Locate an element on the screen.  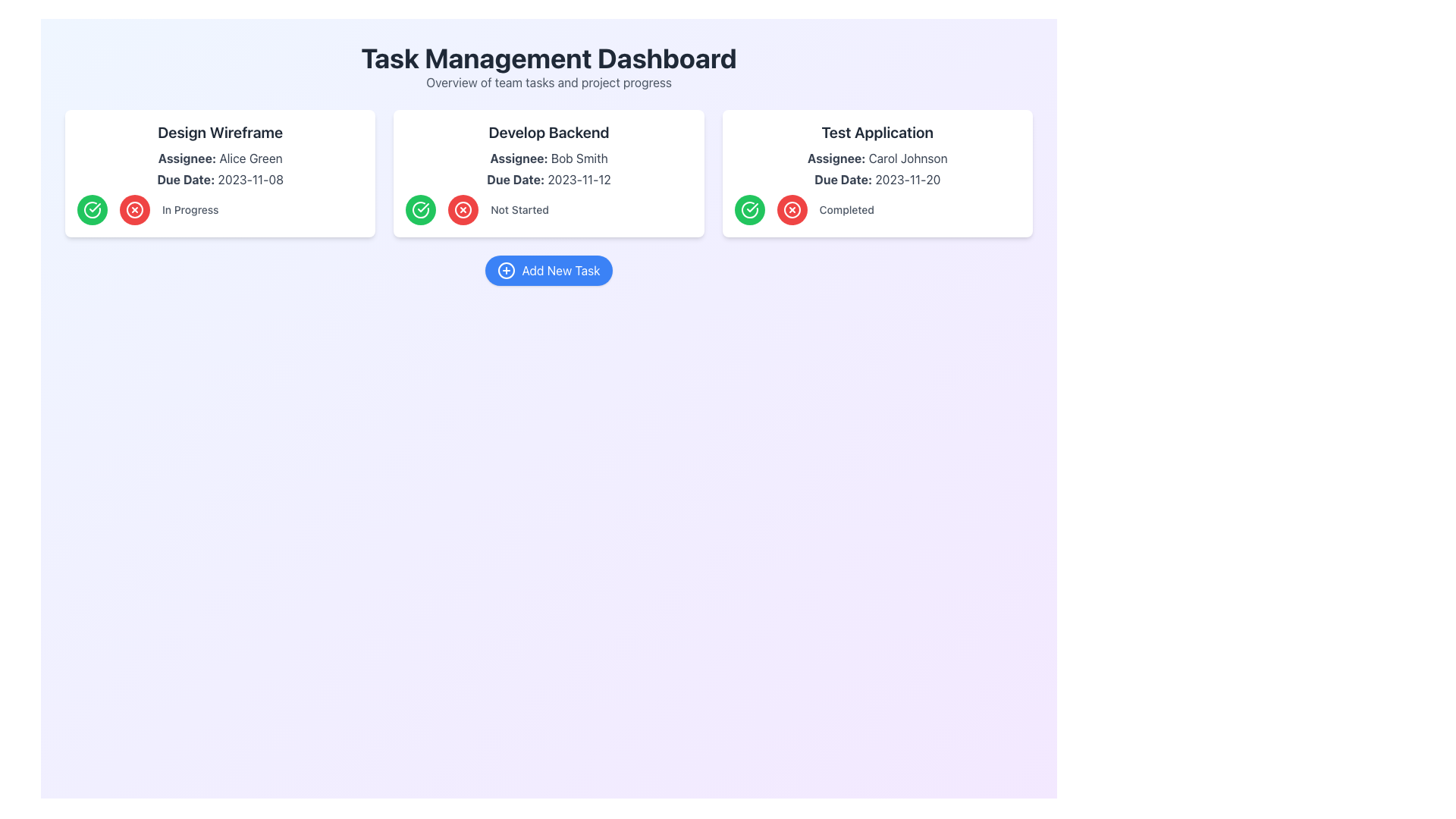
the text label reading 'Develop Backend' which is displayed in a bold and large font style at the top center of the middle card in a task management interface is located at coordinates (548, 131).